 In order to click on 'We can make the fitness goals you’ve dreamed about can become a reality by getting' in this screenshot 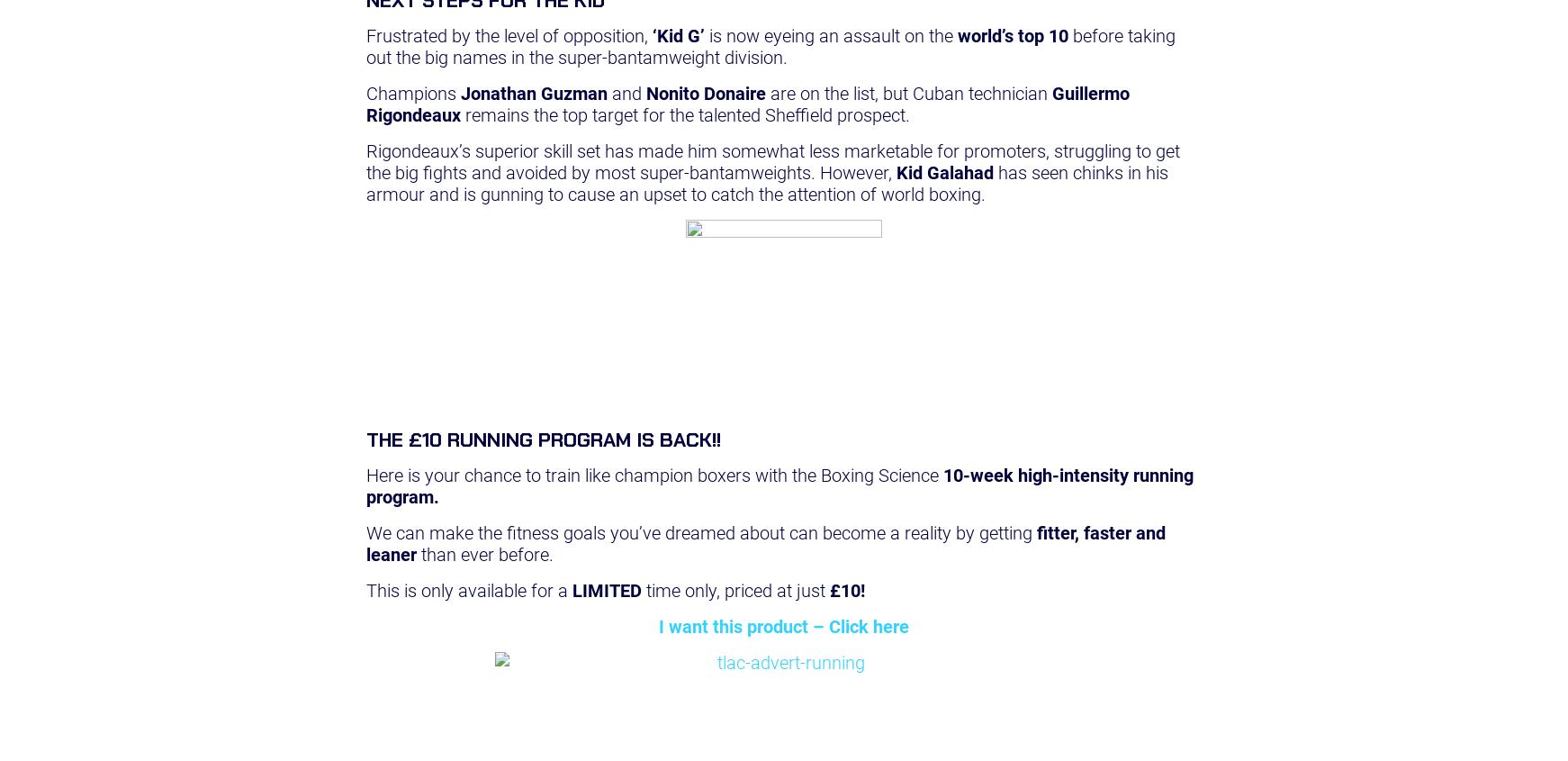, I will do `click(701, 533)`.